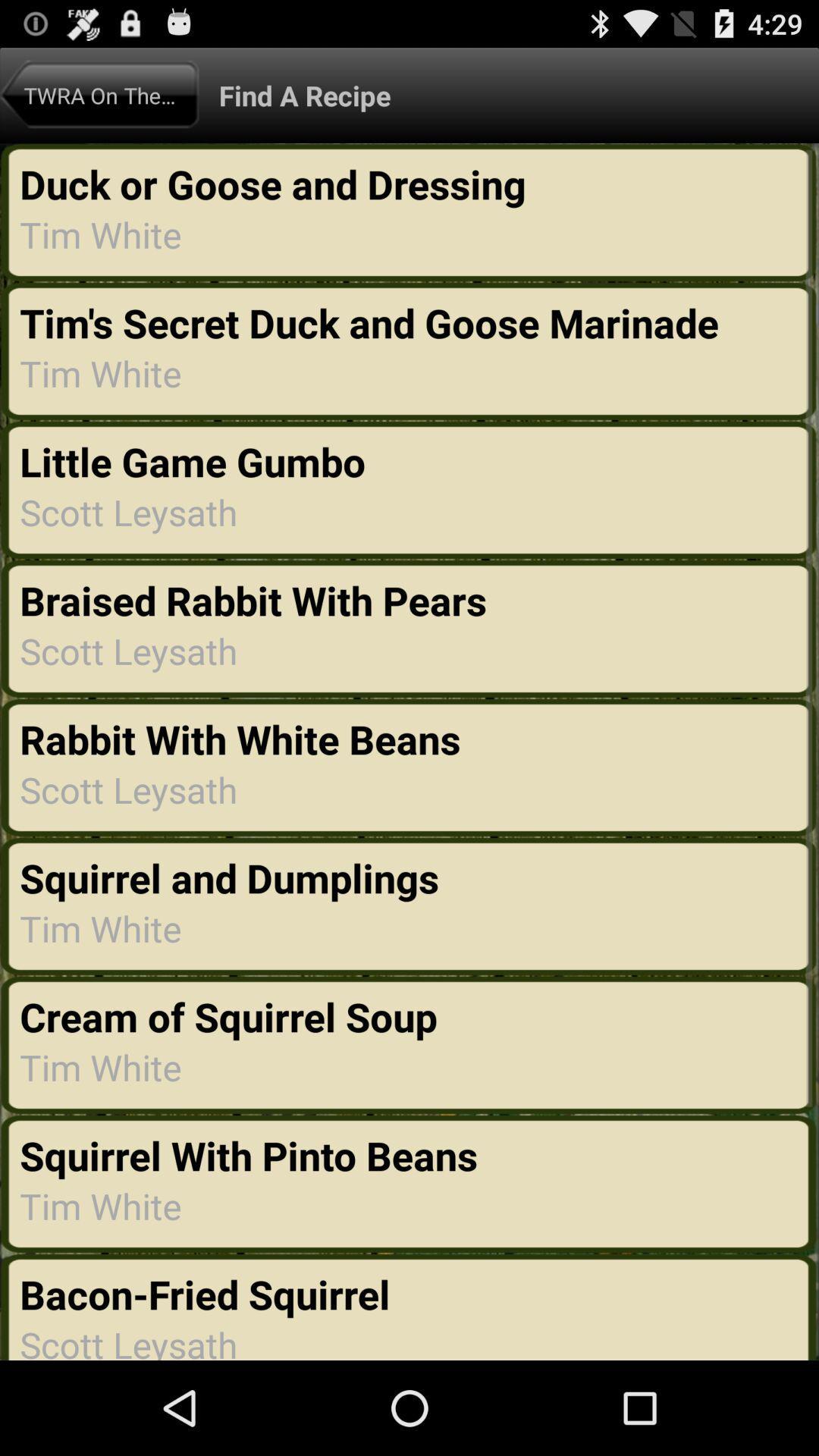 The height and width of the screenshot is (1456, 819). Describe the element at coordinates (248, 1154) in the screenshot. I see `squirrel with pinto` at that location.